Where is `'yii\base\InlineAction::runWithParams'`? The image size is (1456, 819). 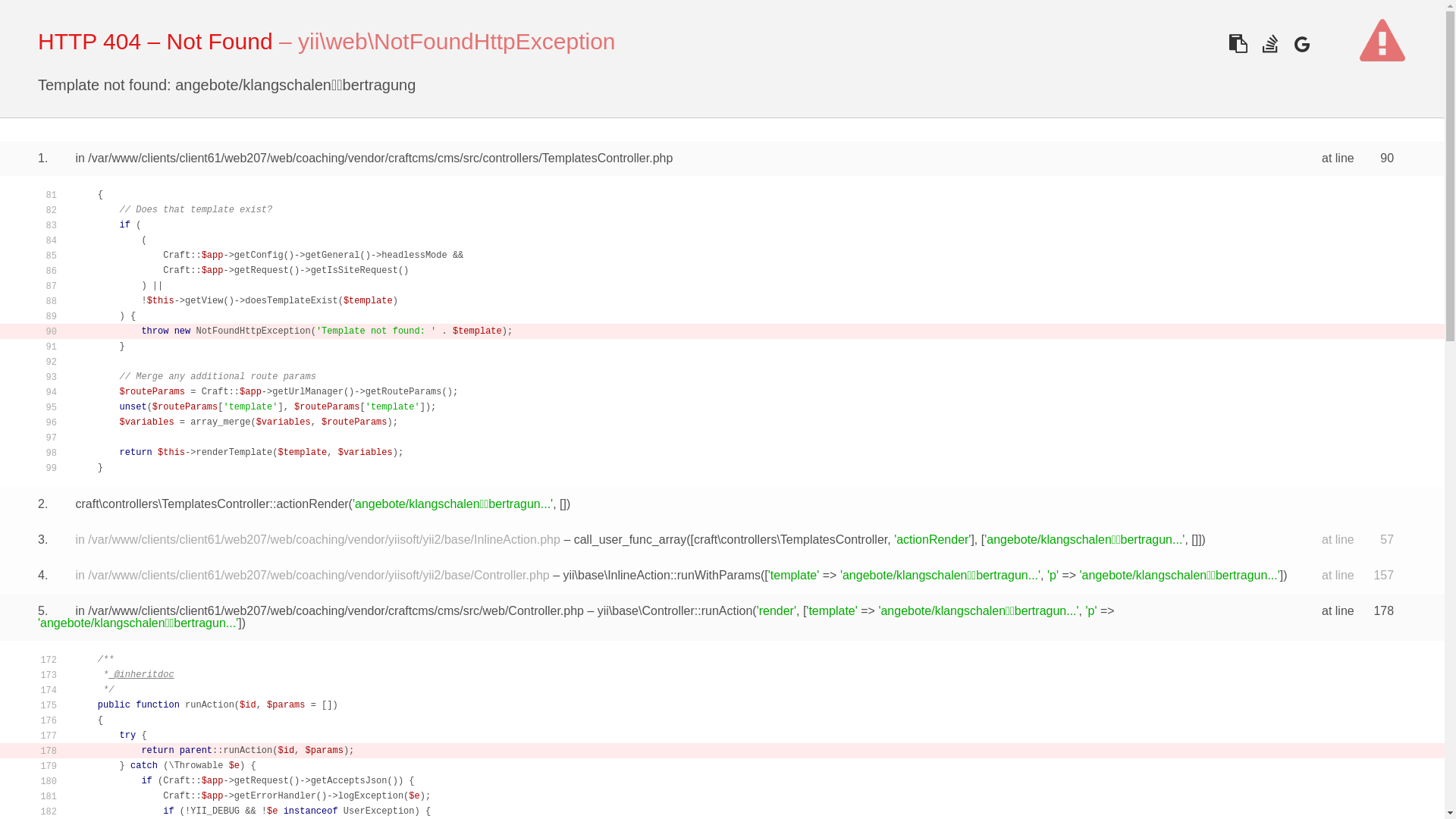 'yii\base\InlineAction::runWithParams' is located at coordinates (661, 575).